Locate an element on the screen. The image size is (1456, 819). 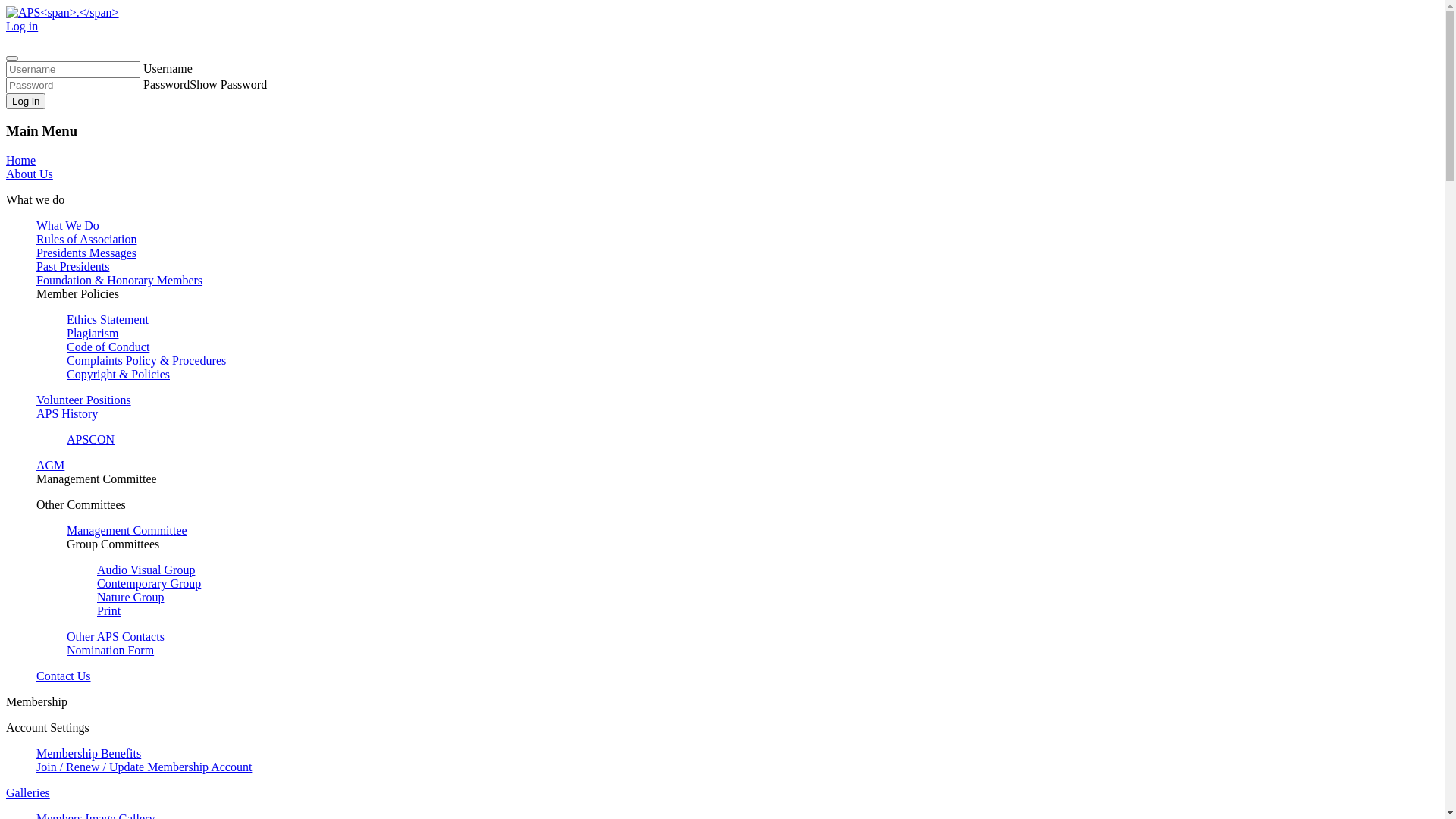
'Nomination Form' is located at coordinates (65, 649).